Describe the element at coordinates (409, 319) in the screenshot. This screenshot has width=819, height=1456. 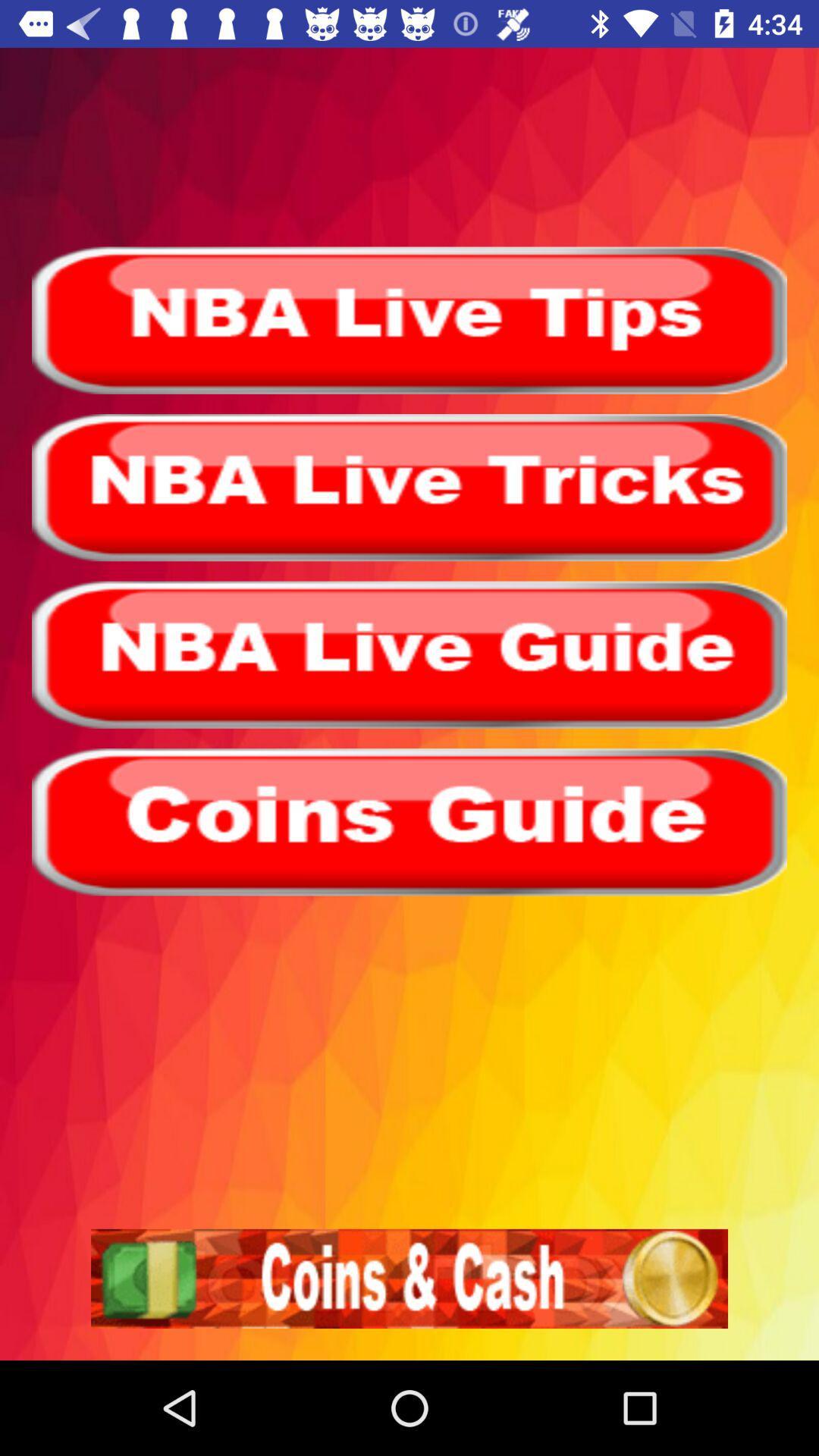
I see `the first menu selection` at that location.